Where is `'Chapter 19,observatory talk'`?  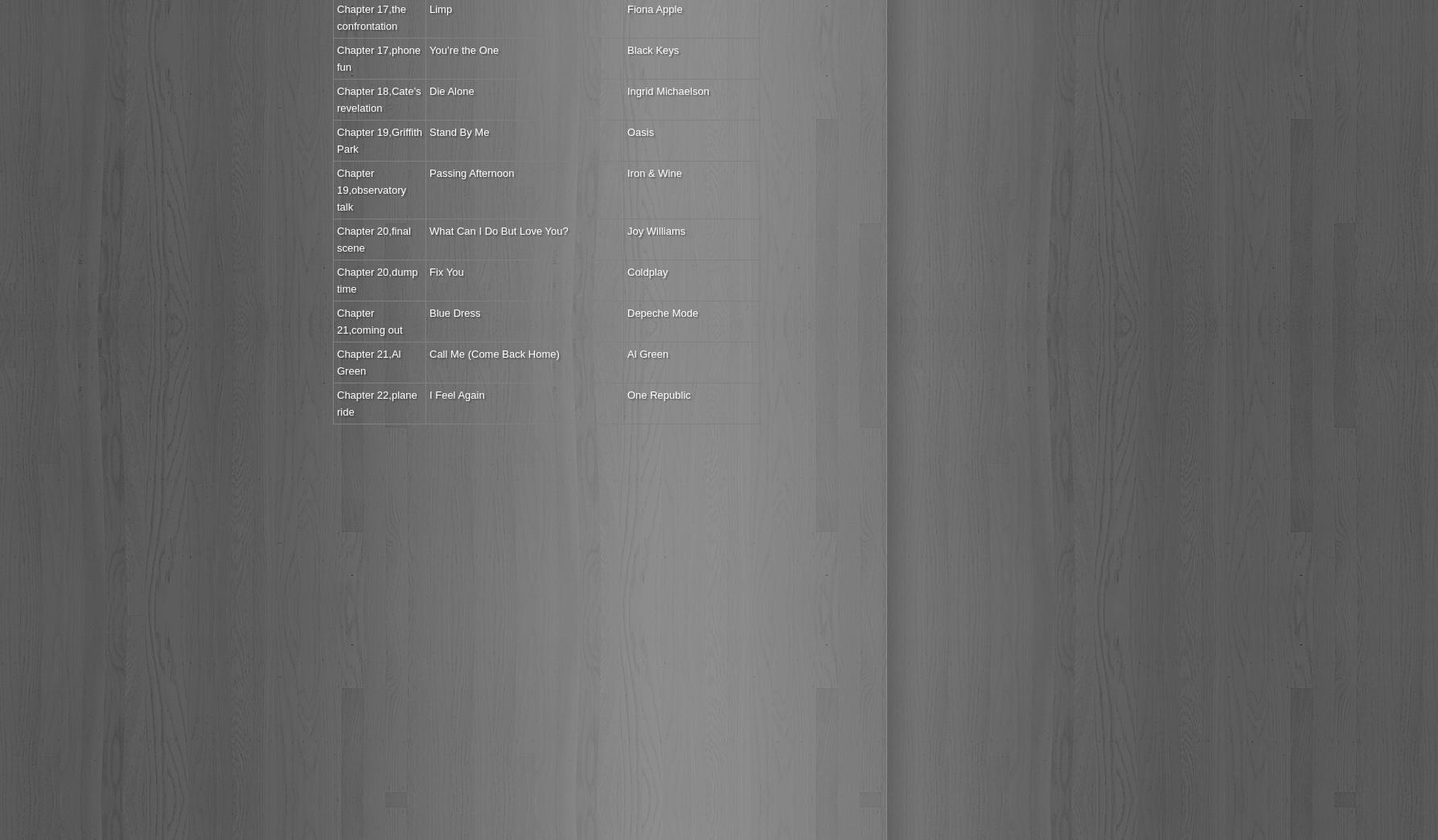 'Chapter 19,observatory talk' is located at coordinates (372, 189).